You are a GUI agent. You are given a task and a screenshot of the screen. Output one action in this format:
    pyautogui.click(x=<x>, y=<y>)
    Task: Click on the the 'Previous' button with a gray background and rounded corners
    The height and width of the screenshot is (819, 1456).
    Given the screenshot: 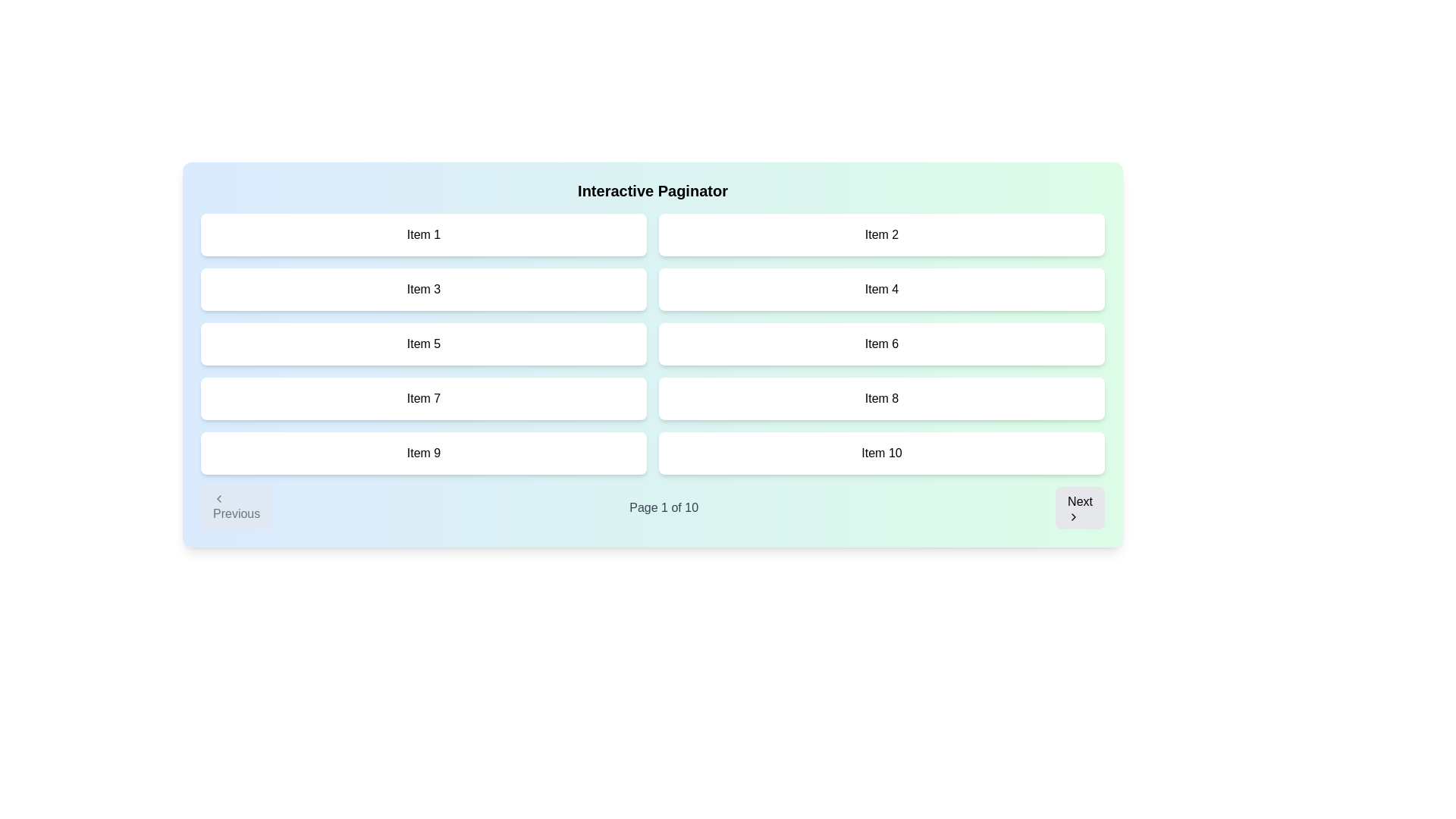 What is the action you would take?
    pyautogui.click(x=236, y=508)
    